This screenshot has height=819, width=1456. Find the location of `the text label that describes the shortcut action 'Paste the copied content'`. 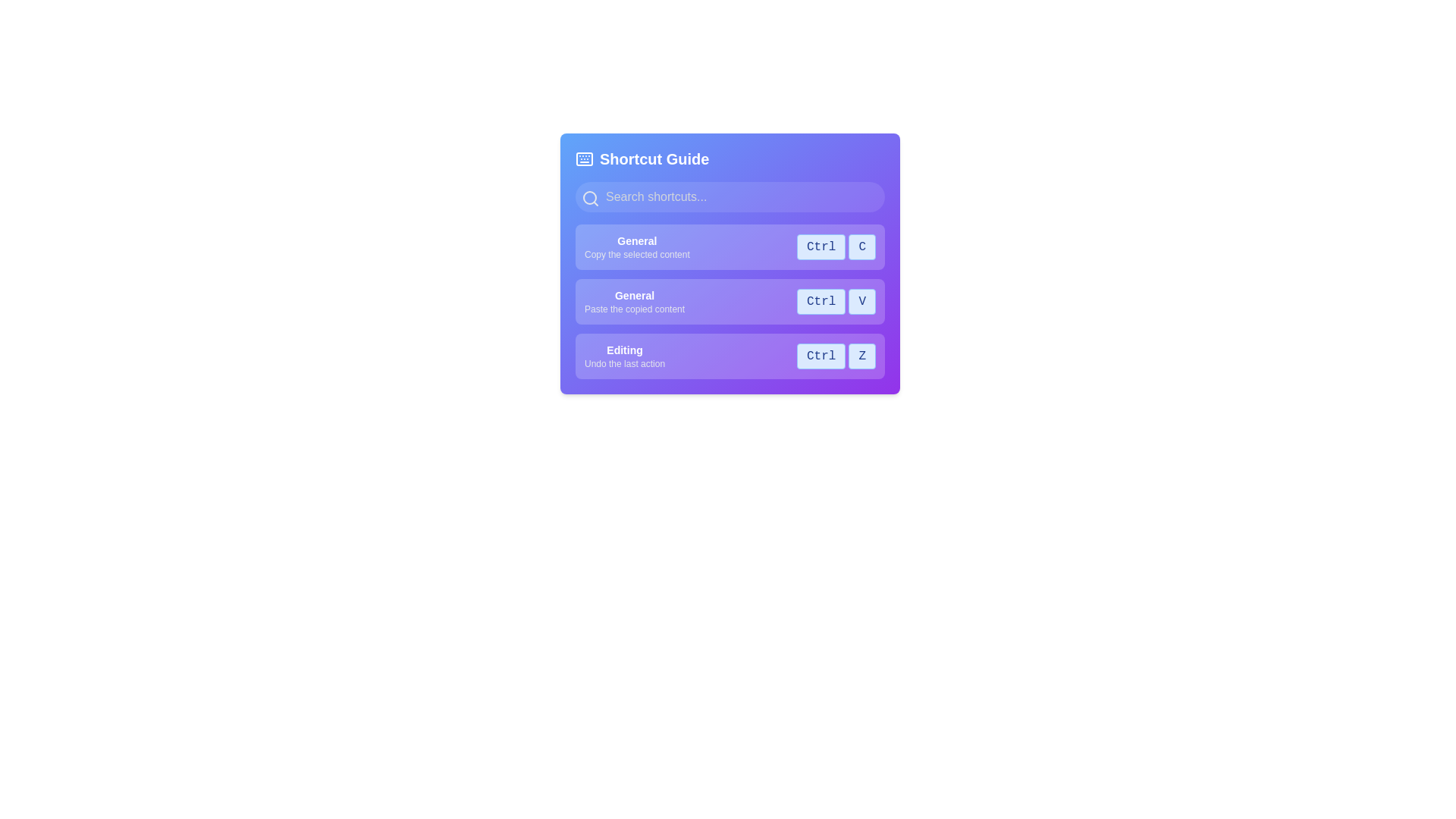

the text label that describes the shortcut action 'Paste the copied content' is located at coordinates (635, 301).